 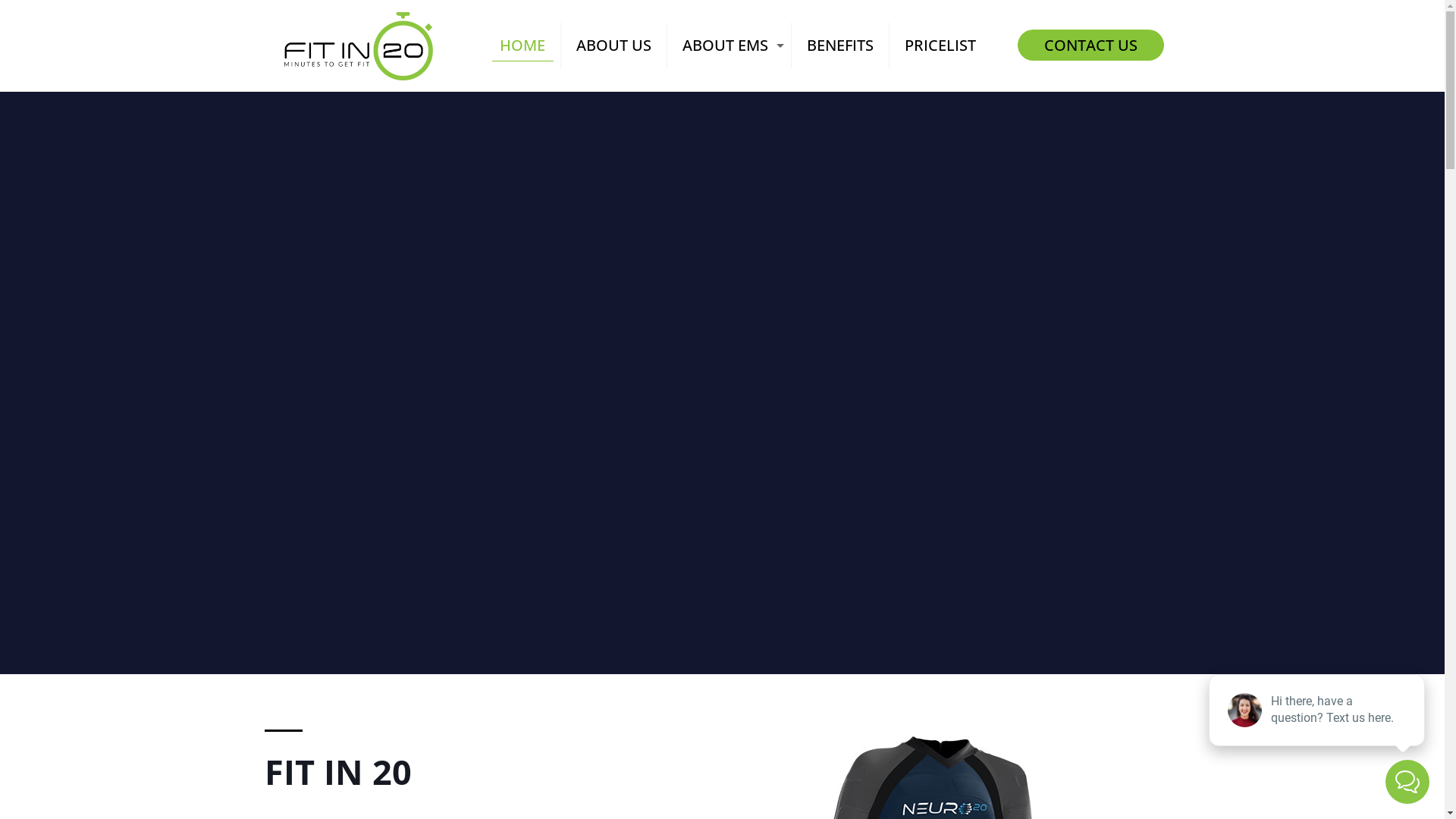 What do you see at coordinates (729, 45) in the screenshot?
I see `'ABOUT EMS'` at bounding box center [729, 45].